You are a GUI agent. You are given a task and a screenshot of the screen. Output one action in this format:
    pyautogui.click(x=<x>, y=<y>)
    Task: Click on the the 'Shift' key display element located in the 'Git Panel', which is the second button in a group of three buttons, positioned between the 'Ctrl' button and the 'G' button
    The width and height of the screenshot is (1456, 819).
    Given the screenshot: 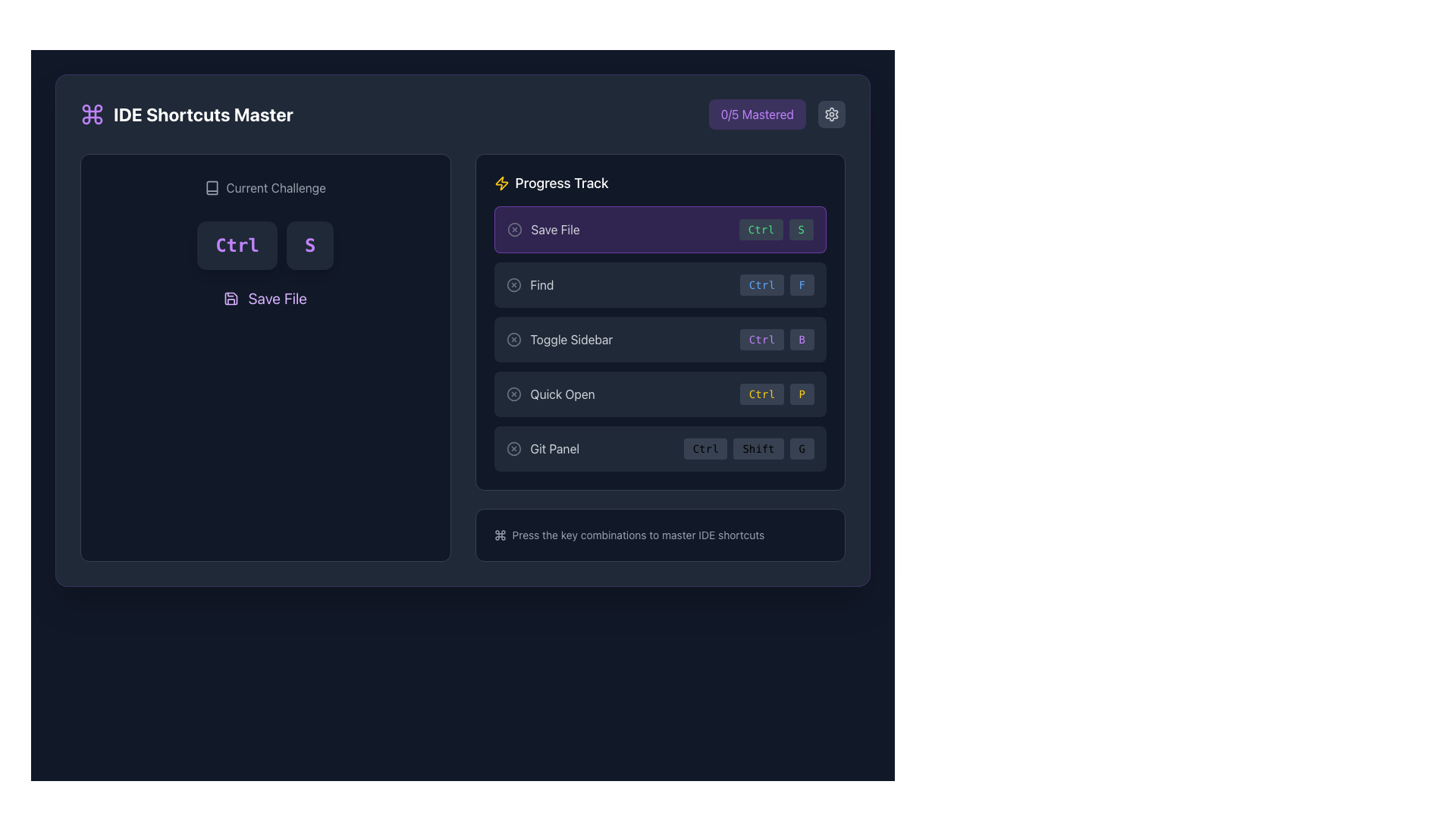 What is the action you would take?
    pyautogui.click(x=758, y=447)
    